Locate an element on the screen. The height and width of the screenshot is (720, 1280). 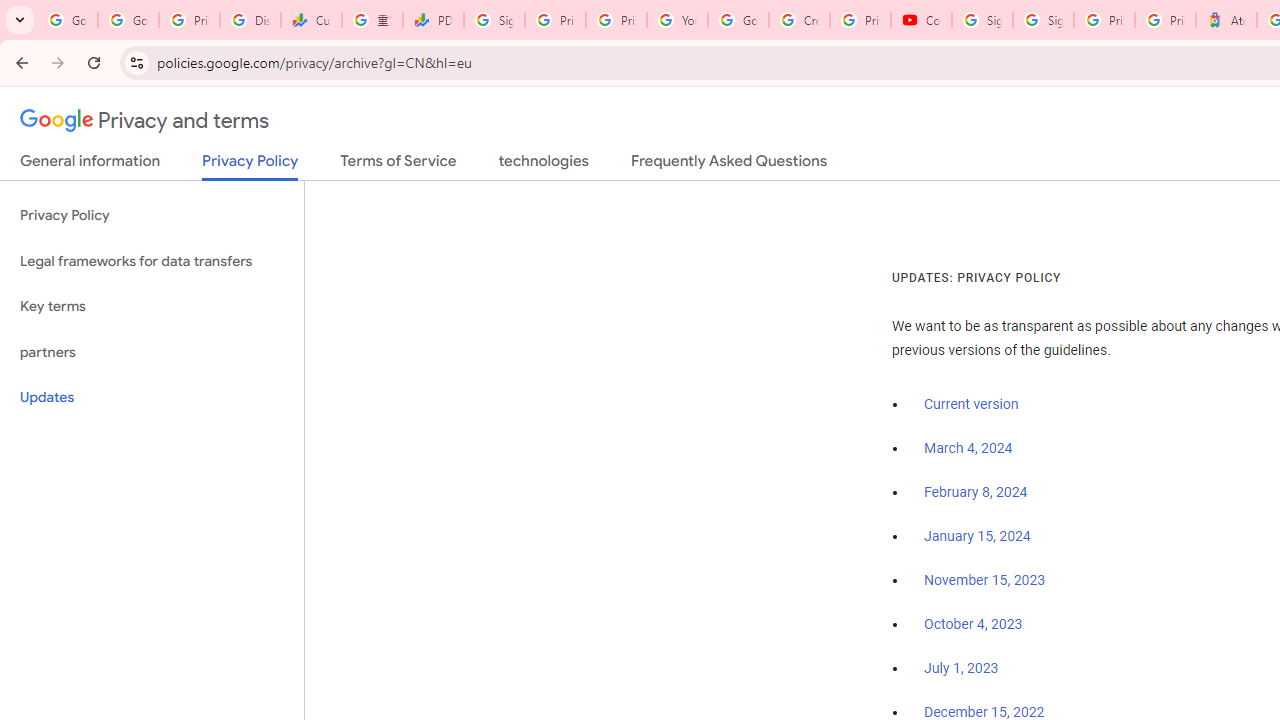
'Key terms' is located at coordinates (151, 306).